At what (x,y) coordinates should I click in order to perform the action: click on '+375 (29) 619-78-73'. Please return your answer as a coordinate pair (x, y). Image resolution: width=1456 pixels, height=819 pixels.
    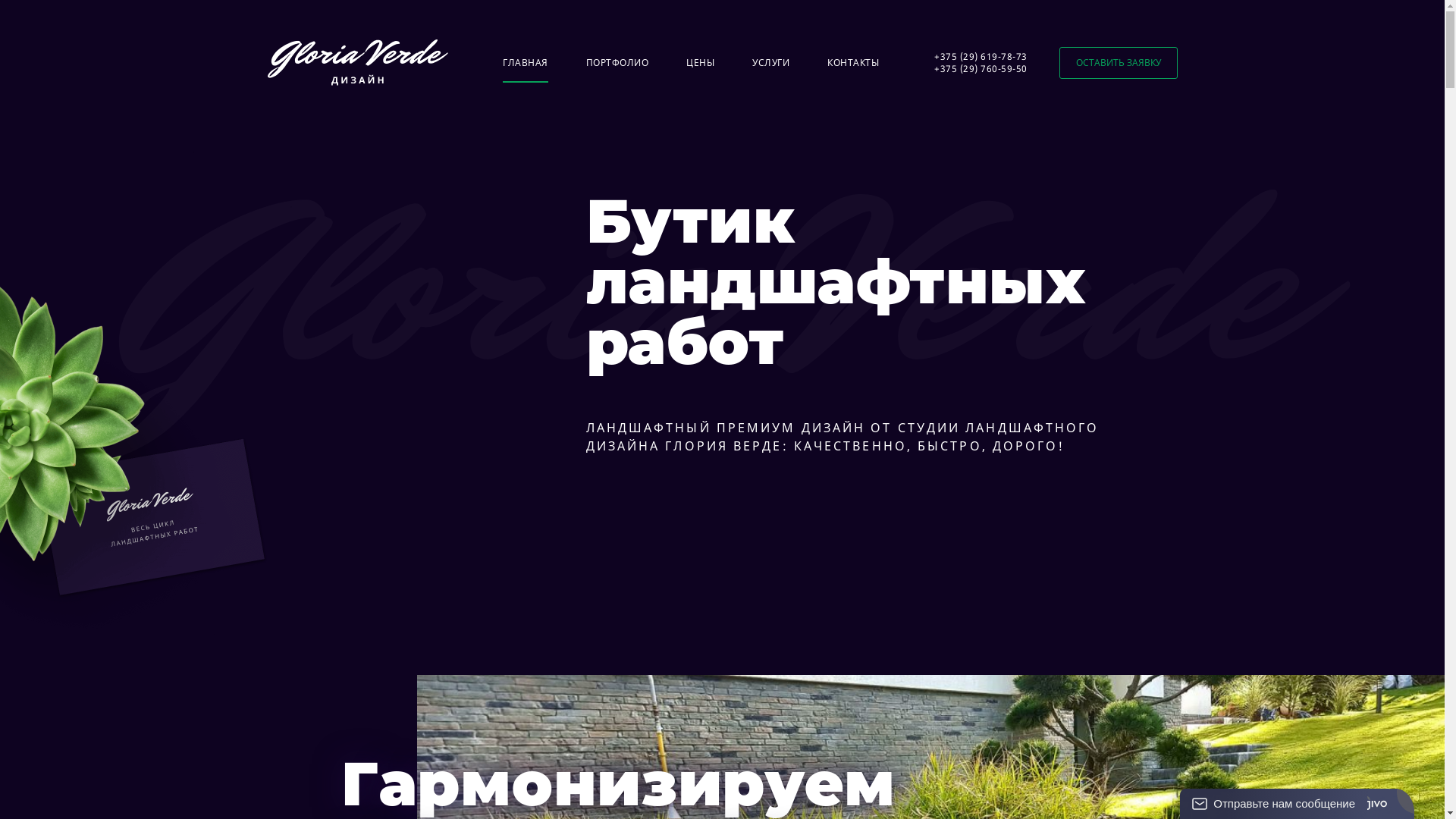
    Looking at the image, I should click on (981, 55).